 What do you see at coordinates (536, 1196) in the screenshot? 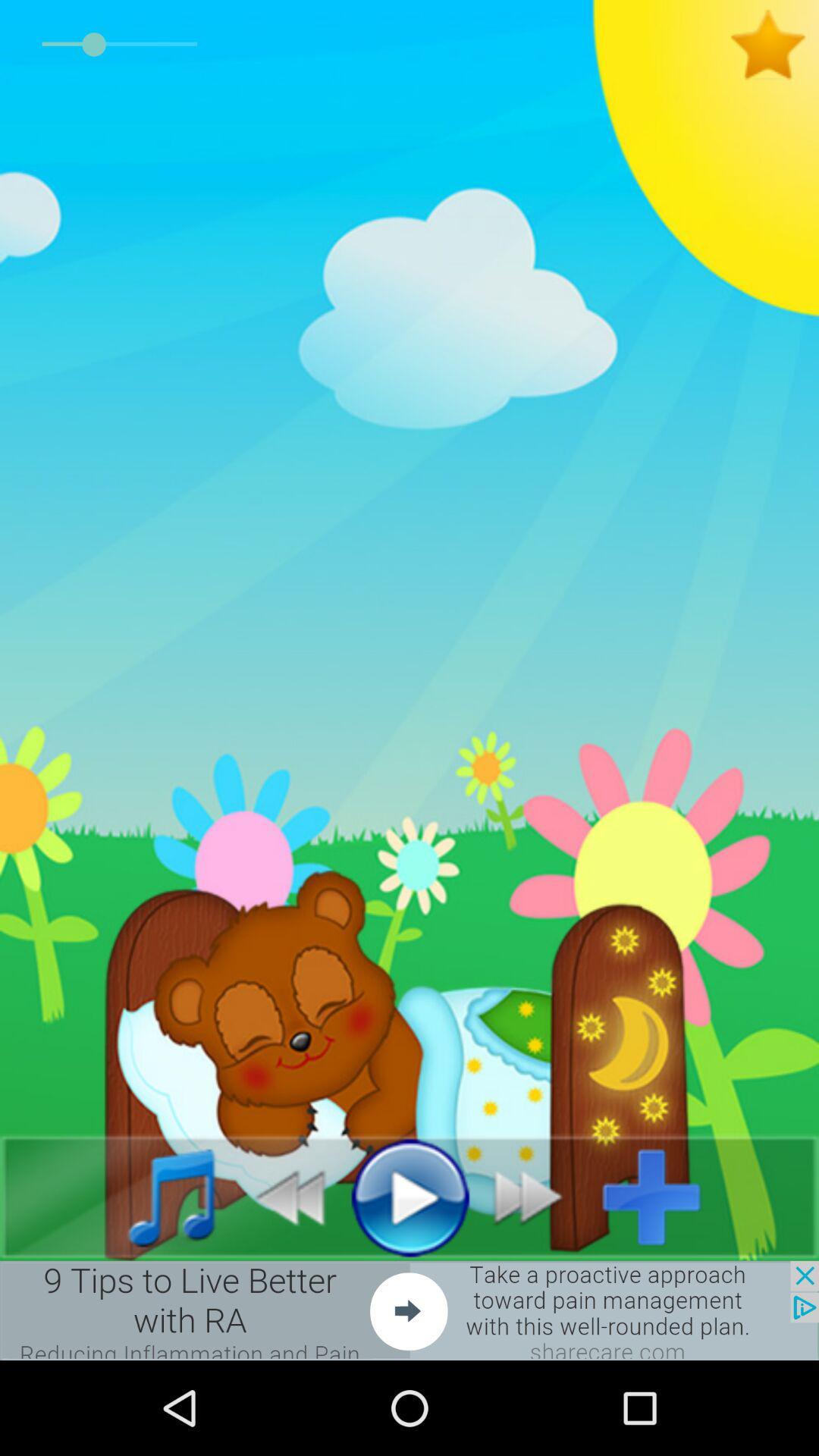
I see `next song` at bounding box center [536, 1196].